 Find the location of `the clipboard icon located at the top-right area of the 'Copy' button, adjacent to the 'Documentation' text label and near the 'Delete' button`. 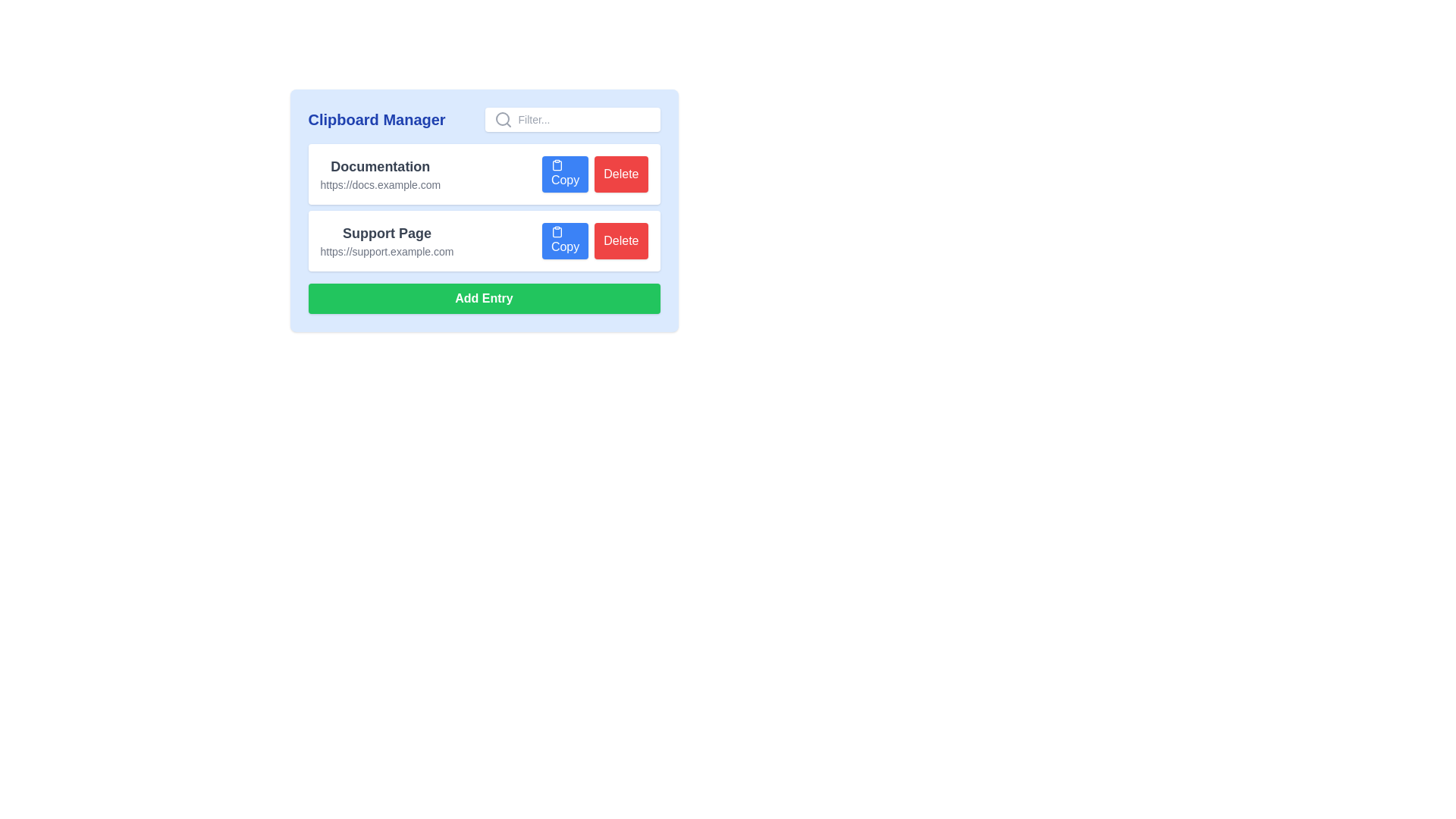

the clipboard icon located at the top-right area of the 'Copy' button, adjacent to the 'Documentation' text label and near the 'Delete' button is located at coordinates (556, 165).